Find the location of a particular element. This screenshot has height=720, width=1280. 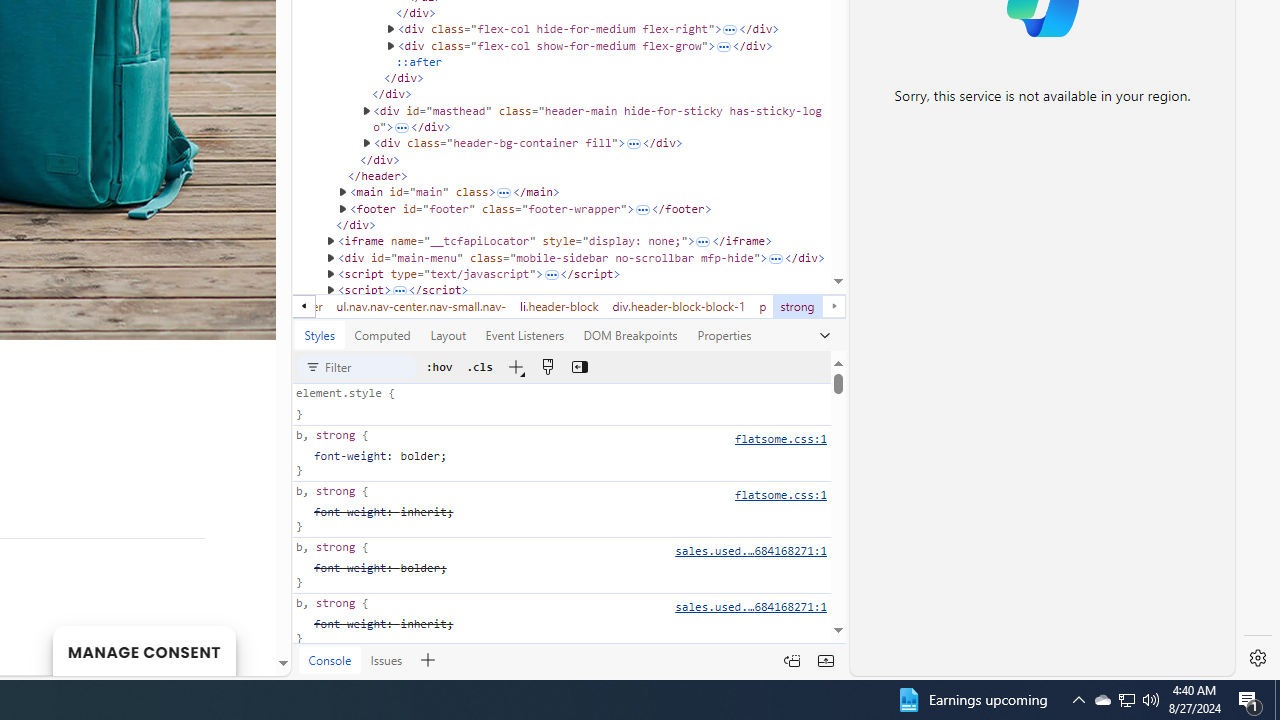

'p' is located at coordinates (762, 306).